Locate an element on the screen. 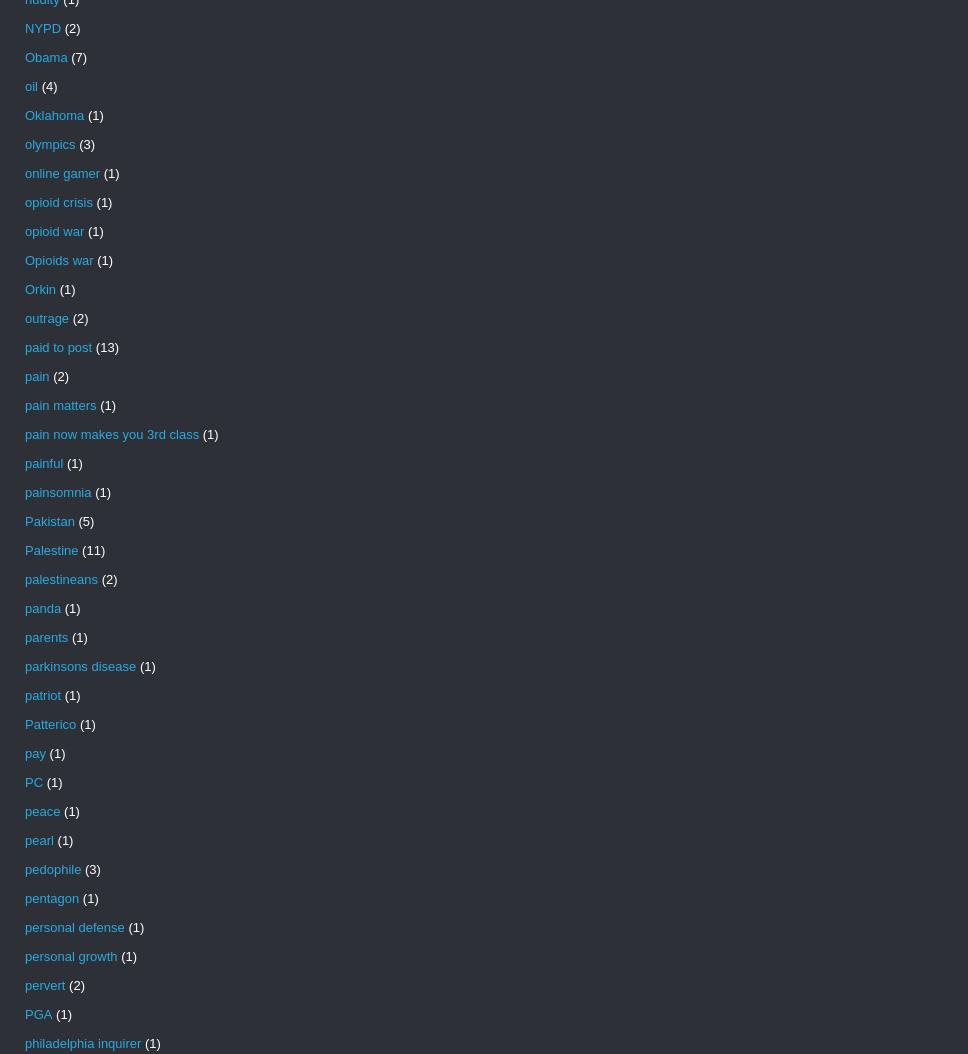 The height and width of the screenshot is (1054, 968). 'parents' is located at coordinates (45, 637).